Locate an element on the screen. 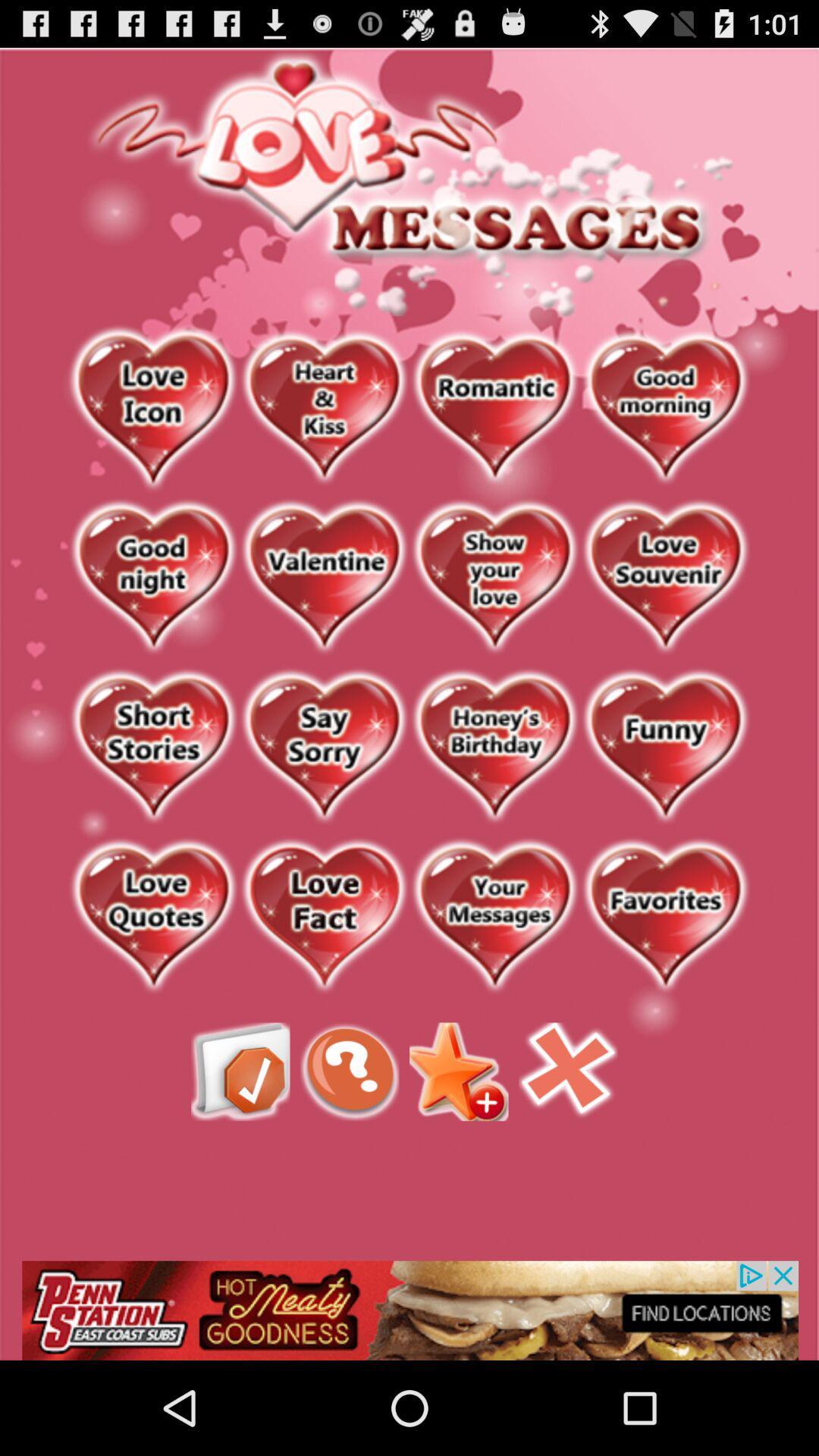 The image size is (819, 1456). closes the app is located at coordinates (568, 1071).